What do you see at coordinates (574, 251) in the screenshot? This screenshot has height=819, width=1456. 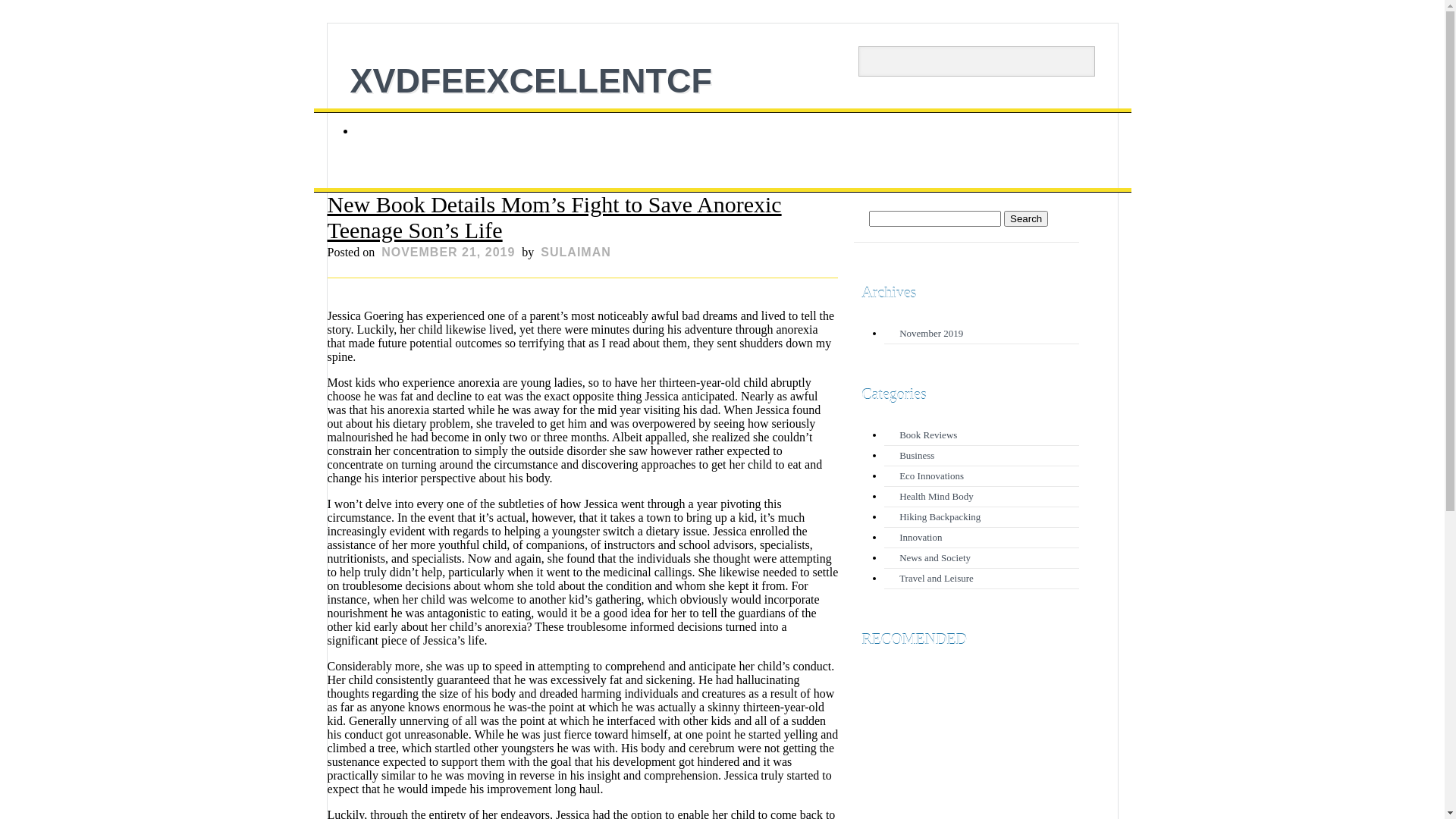 I see `'SULAIMAN'` at bounding box center [574, 251].